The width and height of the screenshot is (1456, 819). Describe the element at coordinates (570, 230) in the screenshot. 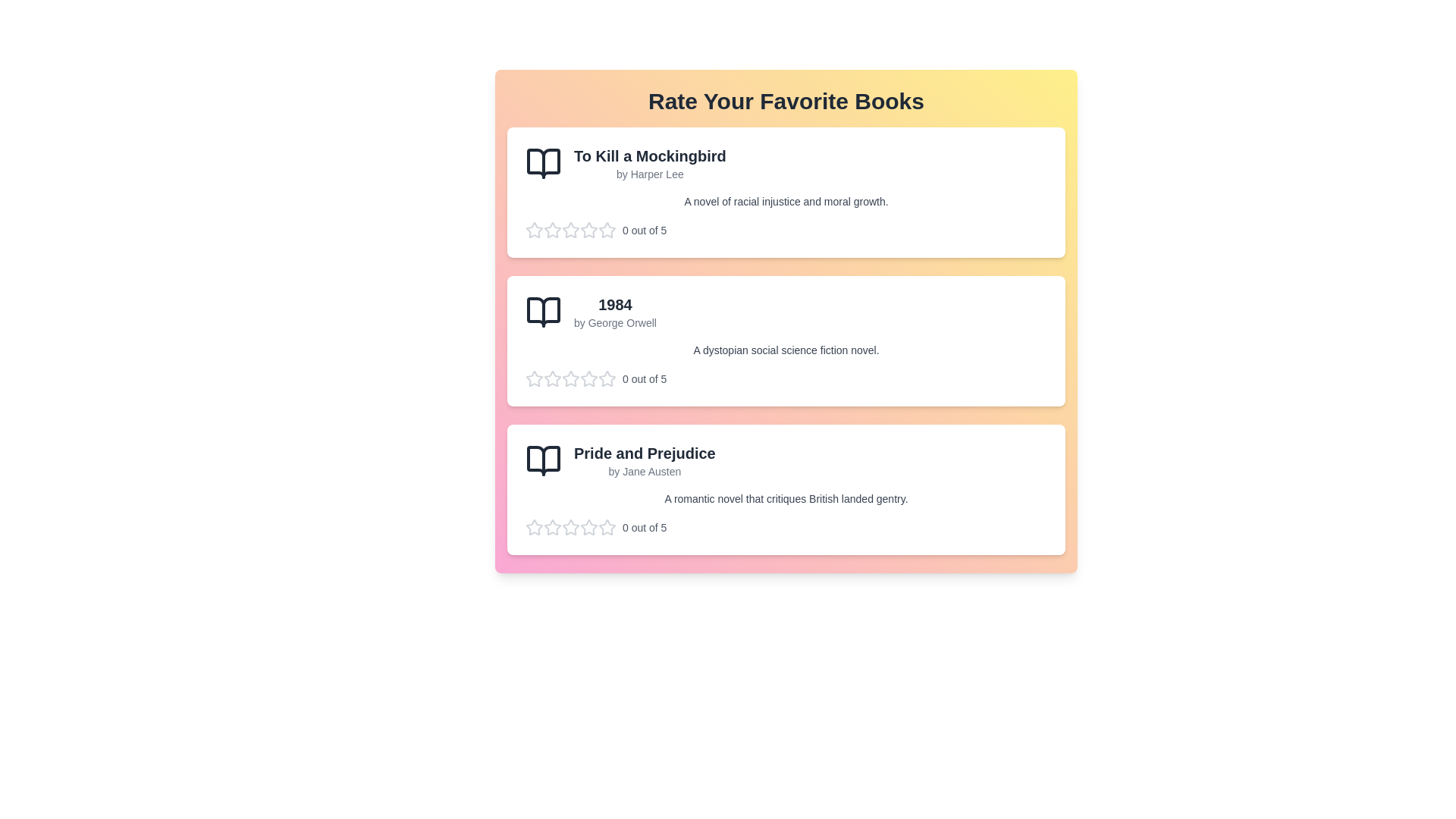

I see `the first star icon` at that location.